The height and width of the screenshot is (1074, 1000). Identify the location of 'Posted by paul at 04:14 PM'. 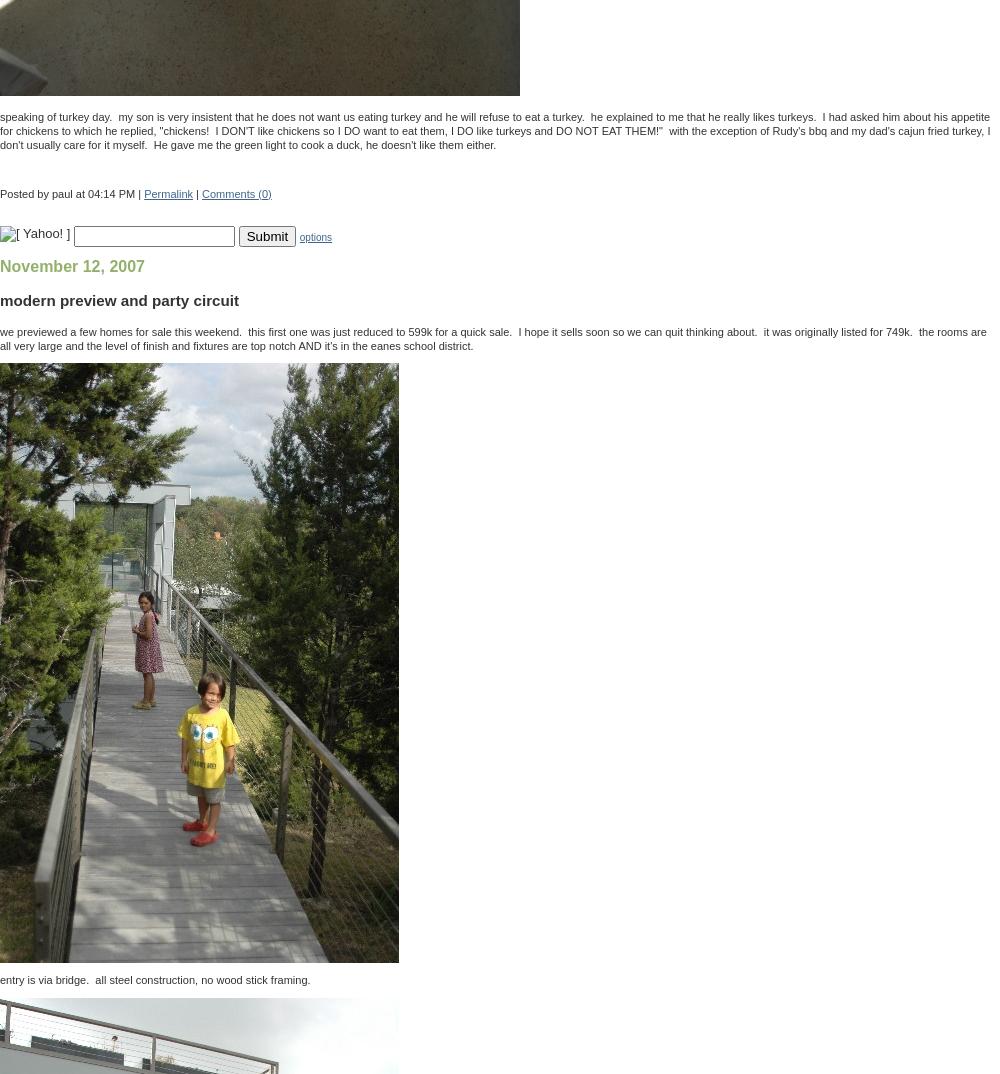
(0, 192).